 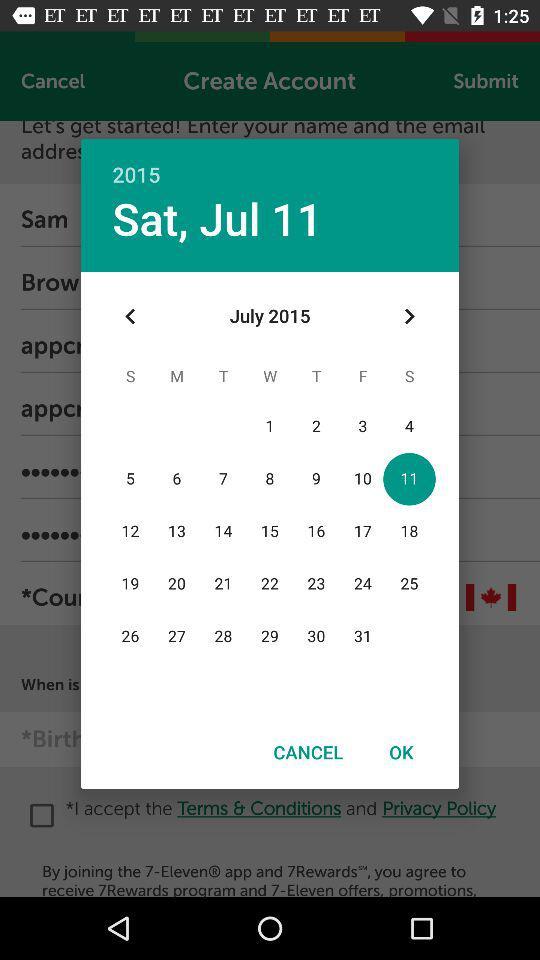 What do you see at coordinates (270, 162) in the screenshot?
I see `item above sat, jul 11 icon` at bounding box center [270, 162].